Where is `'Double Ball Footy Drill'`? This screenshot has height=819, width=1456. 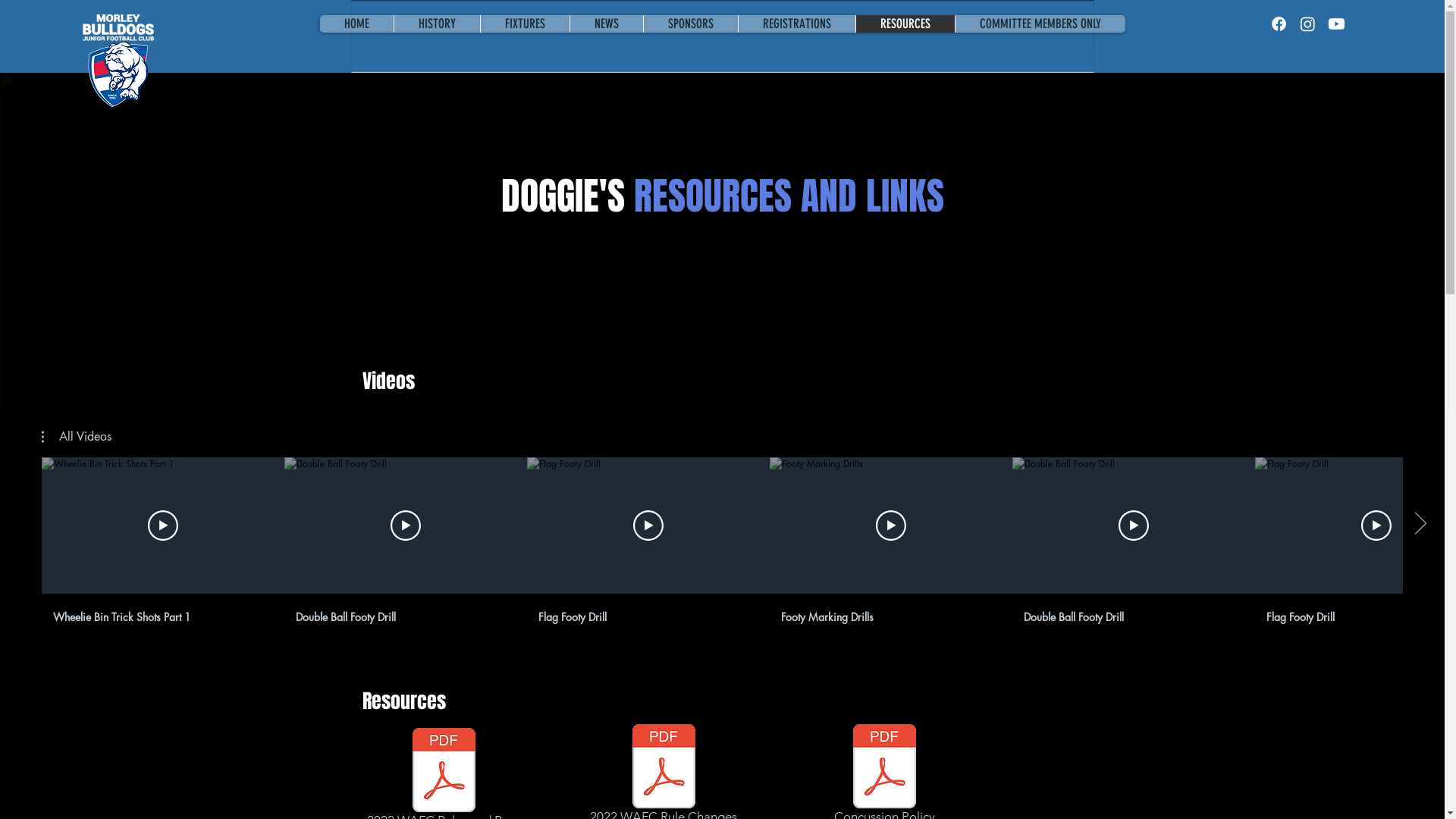 'Double Ball Footy Drill' is located at coordinates (399, 614).